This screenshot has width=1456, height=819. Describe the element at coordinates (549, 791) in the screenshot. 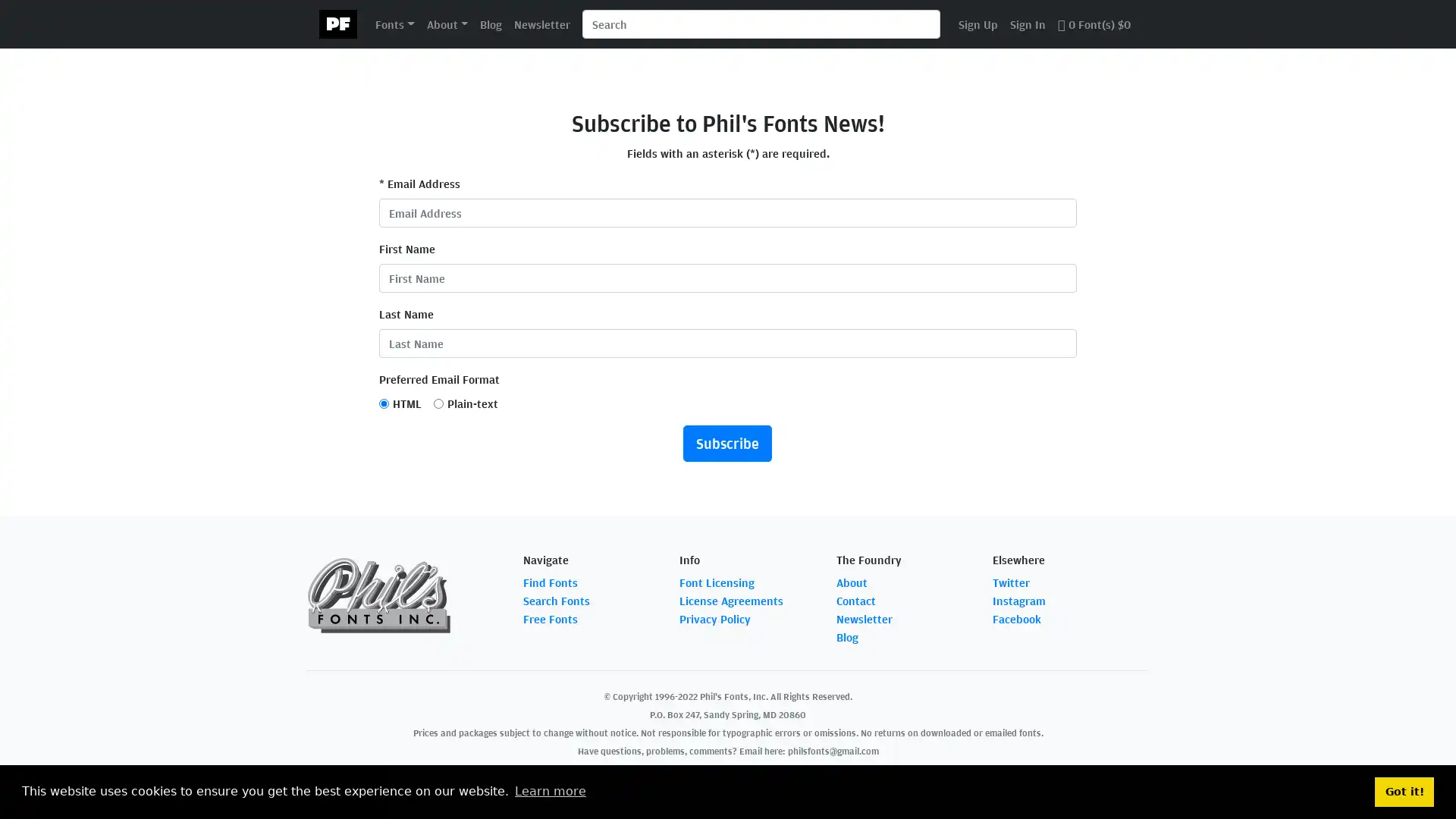

I see `learn more about cookies` at that location.